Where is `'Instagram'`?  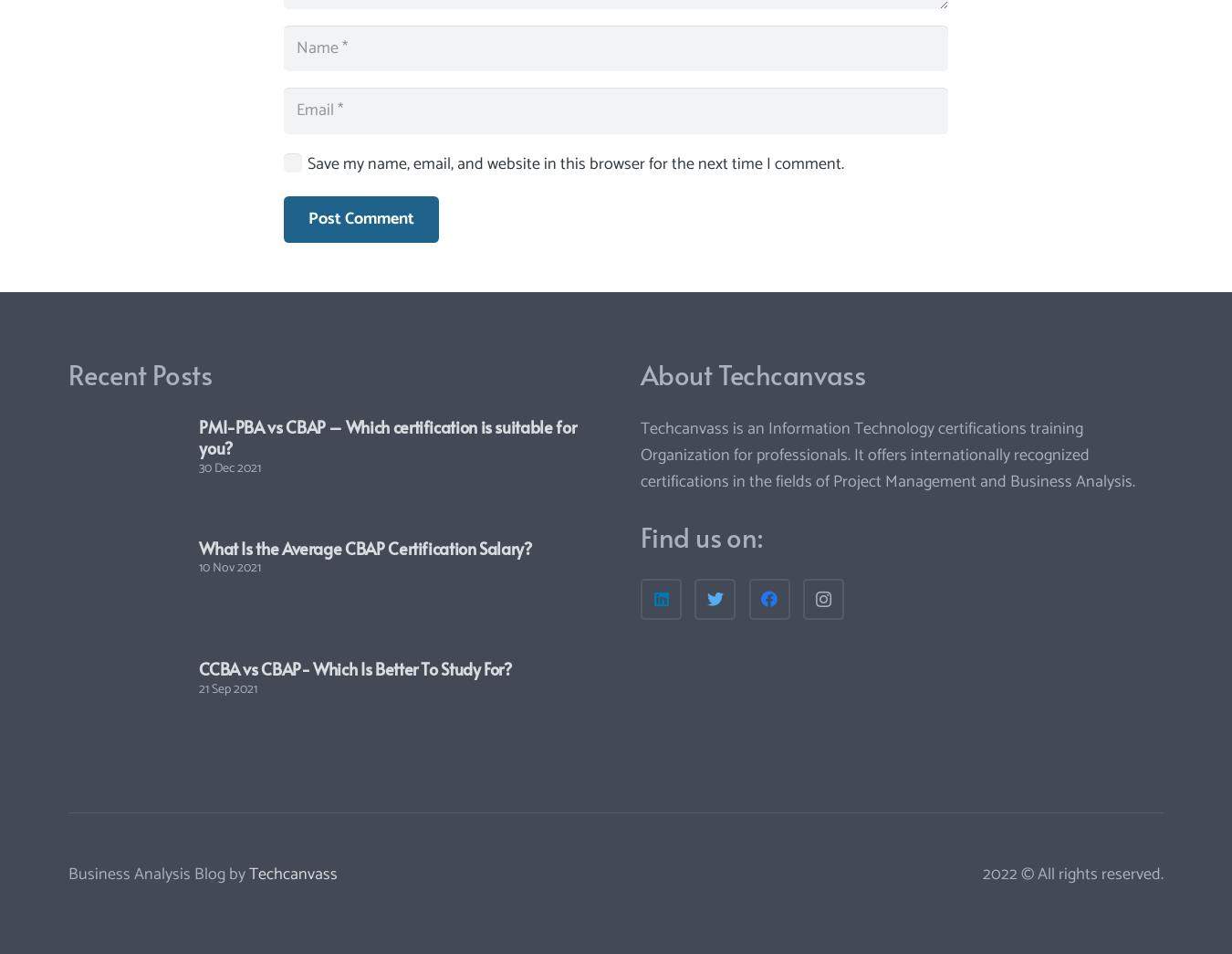
'Instagram' is located at coordinates (821, 529).